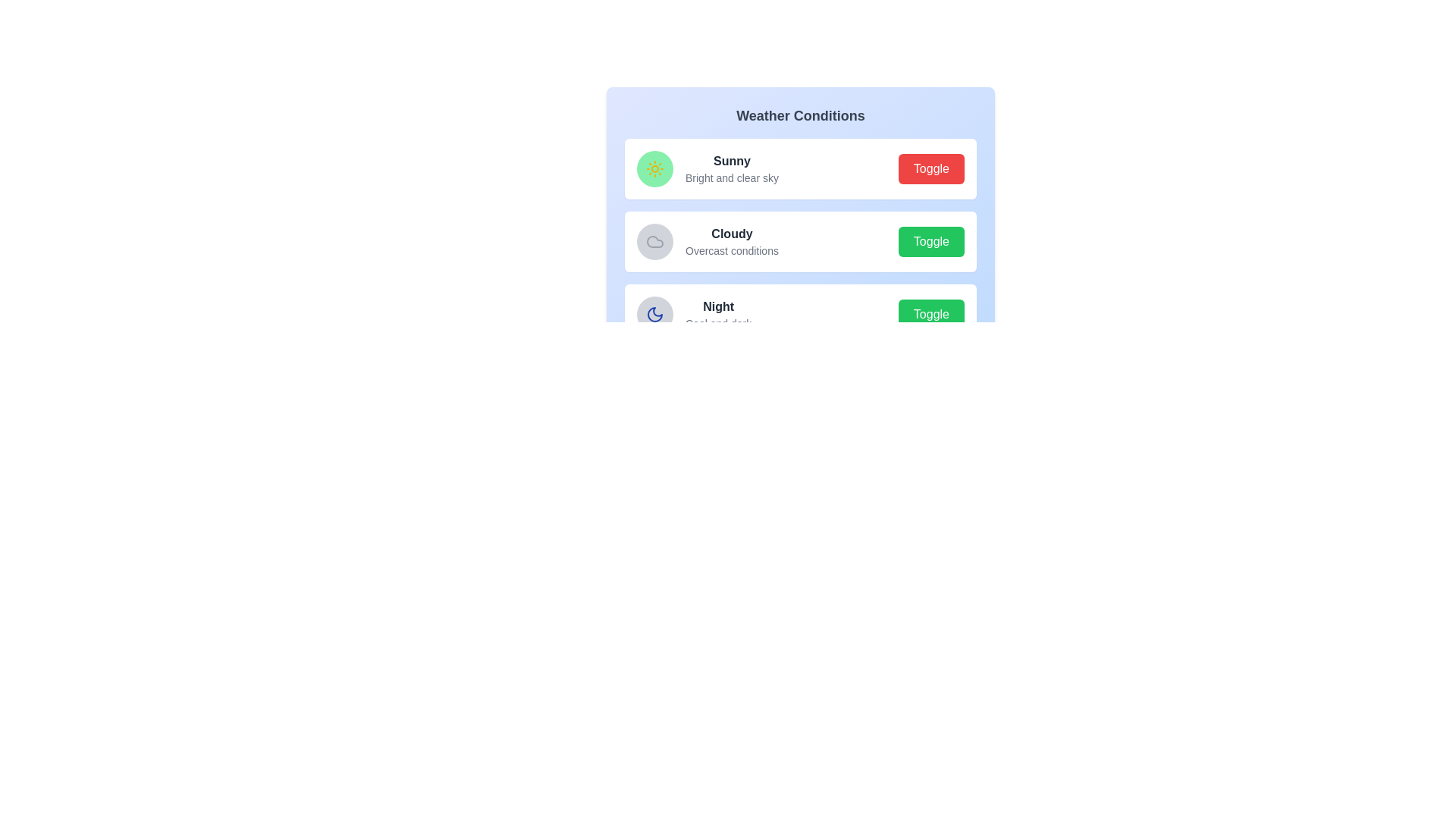 The width and height of the screenshot is (1456, 819). I want to click on the toggle button for the weather state Cloudy, so click(930, 241).